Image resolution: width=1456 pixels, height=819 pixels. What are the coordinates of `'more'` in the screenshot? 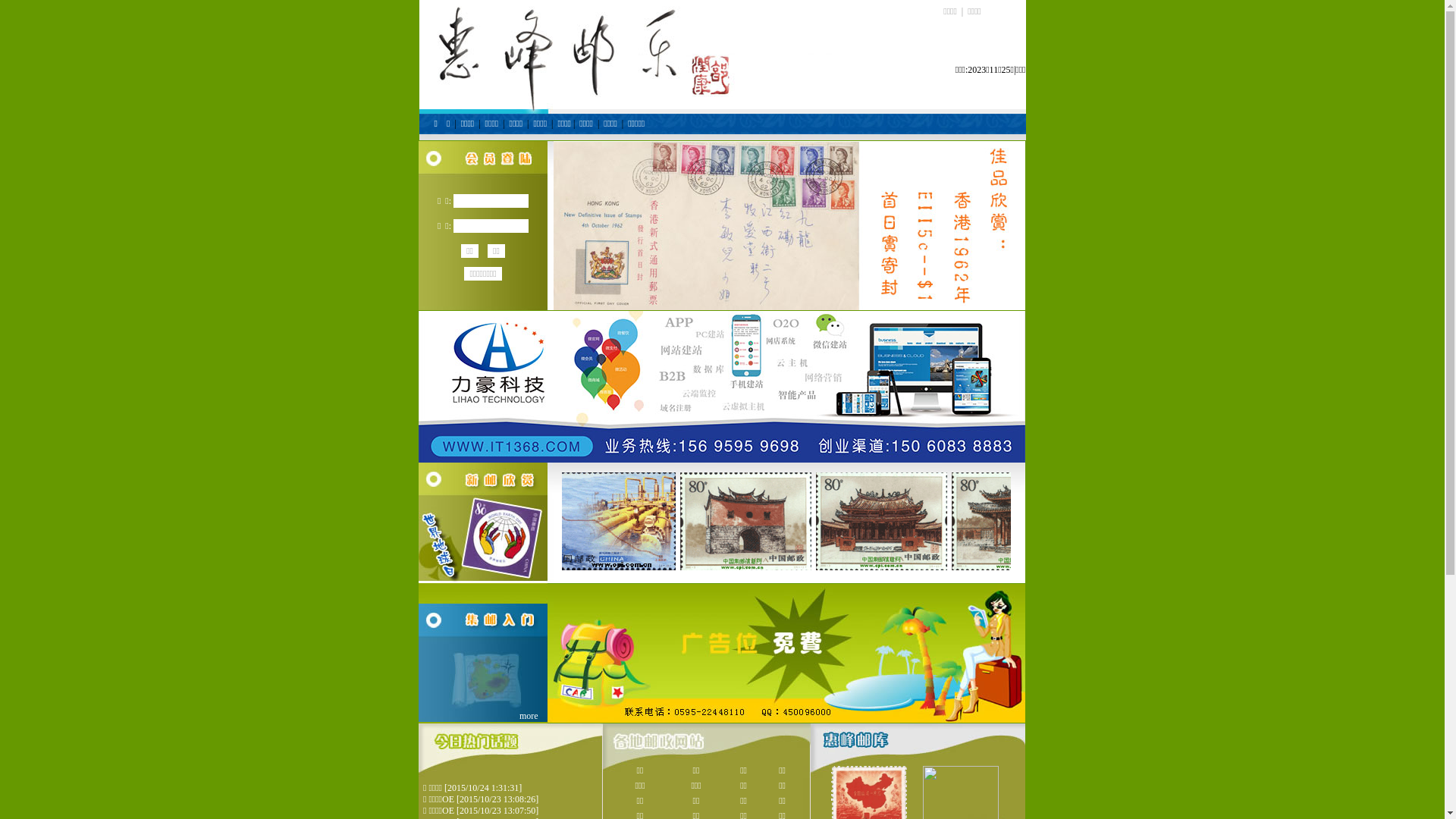 It's located at (529, 716).